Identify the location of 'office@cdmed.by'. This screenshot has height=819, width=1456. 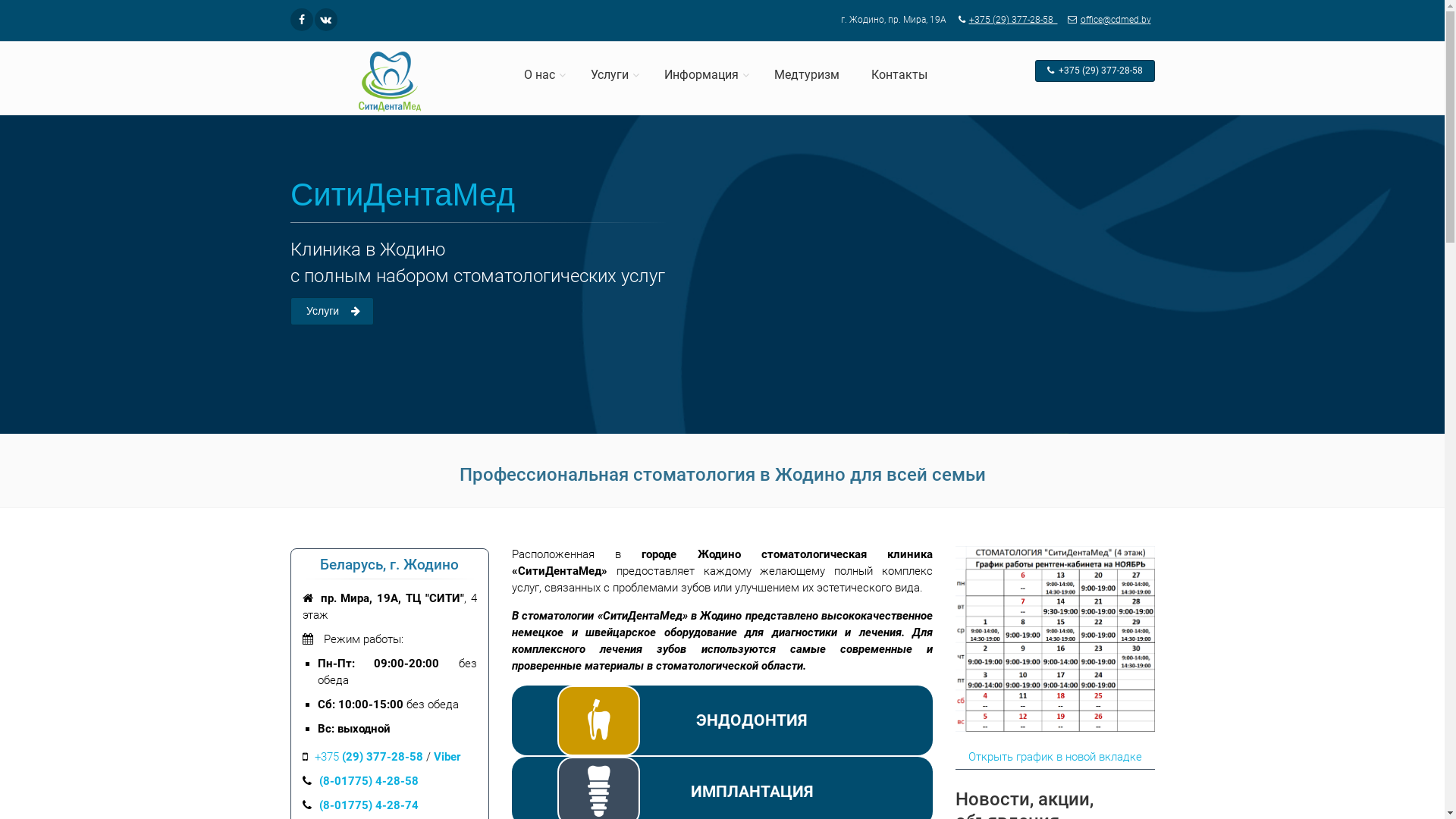
(1106, 20).